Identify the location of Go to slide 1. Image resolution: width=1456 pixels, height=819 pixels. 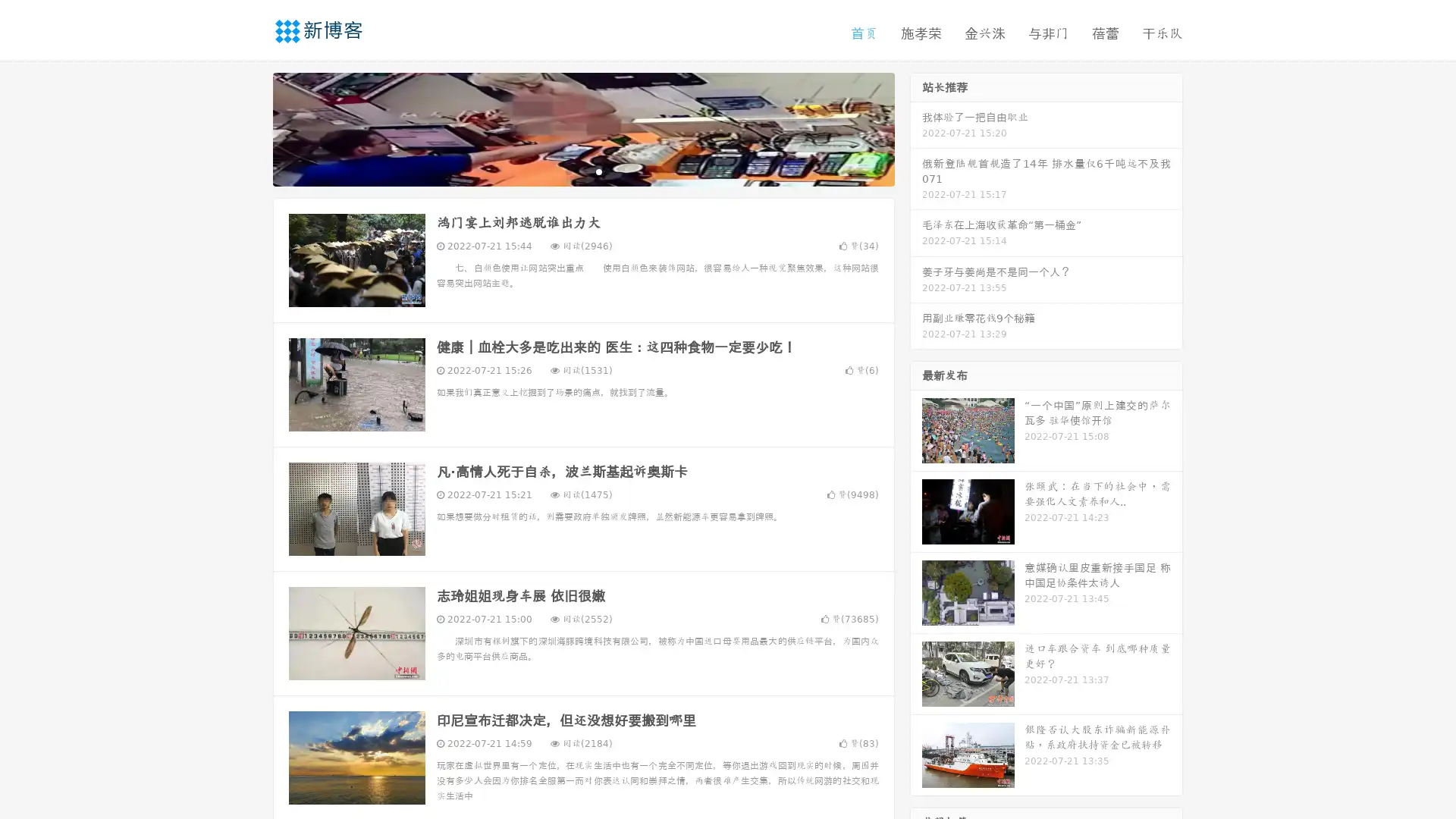
(567, 171).